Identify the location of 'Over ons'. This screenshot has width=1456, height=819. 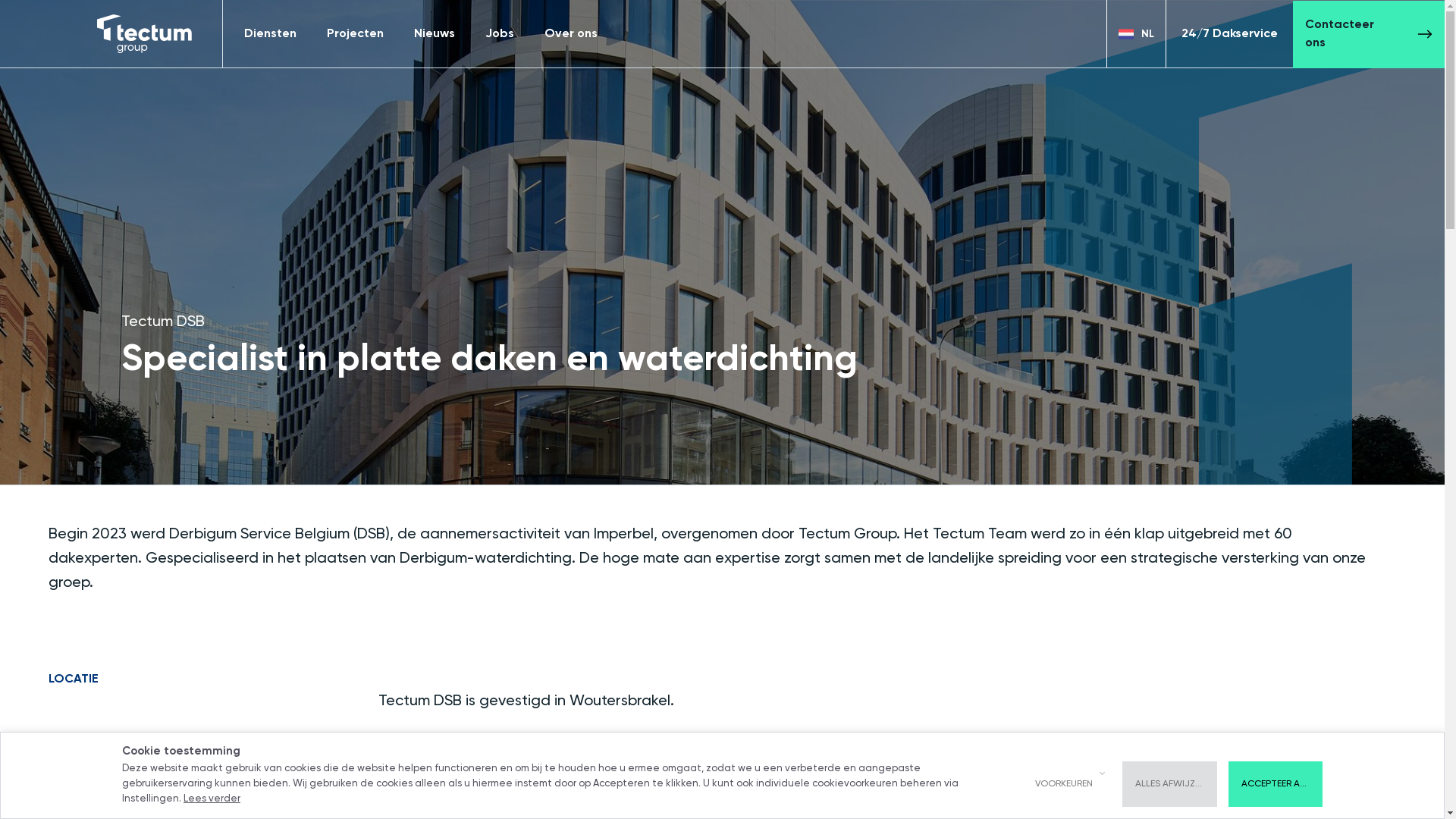
(570, 34).